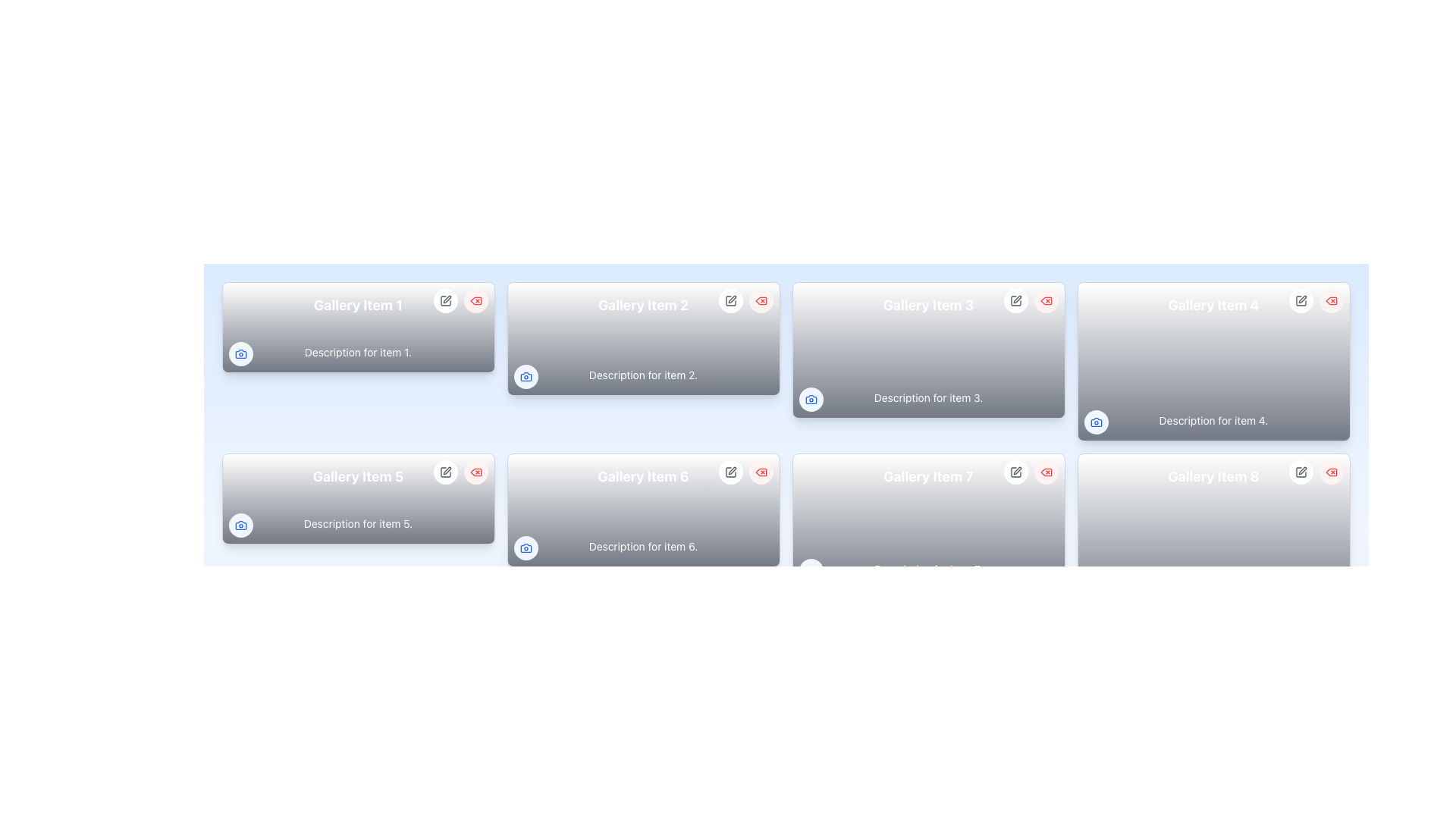  What do you see at coordinates (1330, 301) in the screenshot?
I see `the delete icon button located in the top-right corner of the Gallery Item 4 card` at bounding box center [1330, 301].